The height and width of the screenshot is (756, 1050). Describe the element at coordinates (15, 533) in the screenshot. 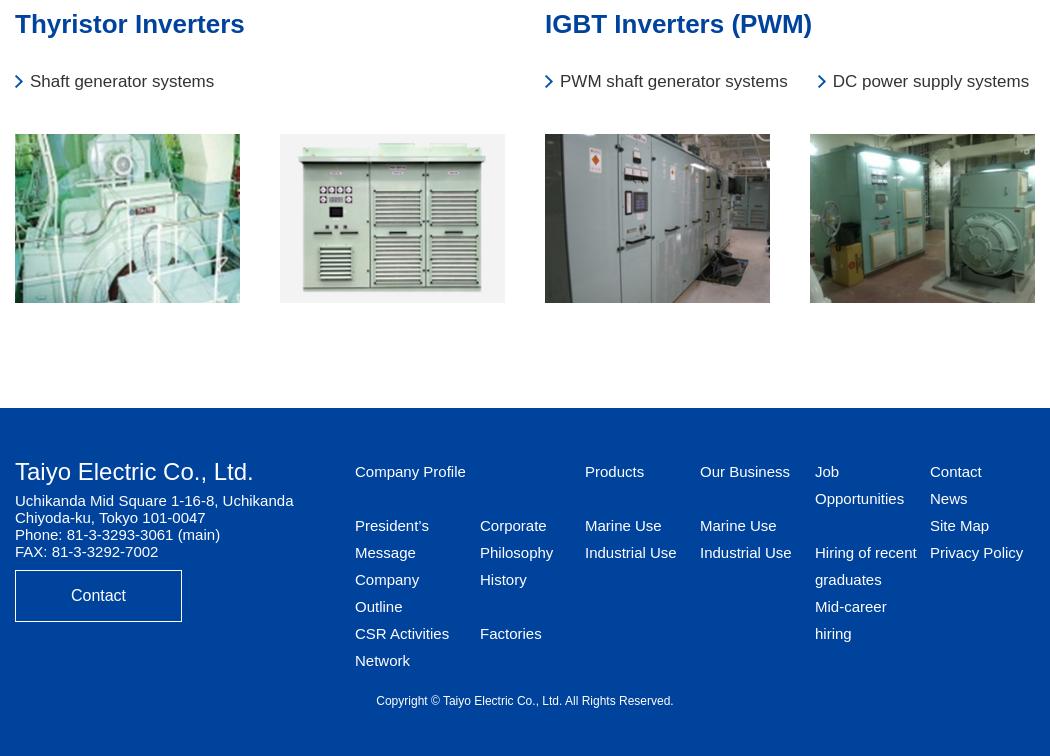

I see `'Phone: 81-3-3293-3061 (main)'` at that location.